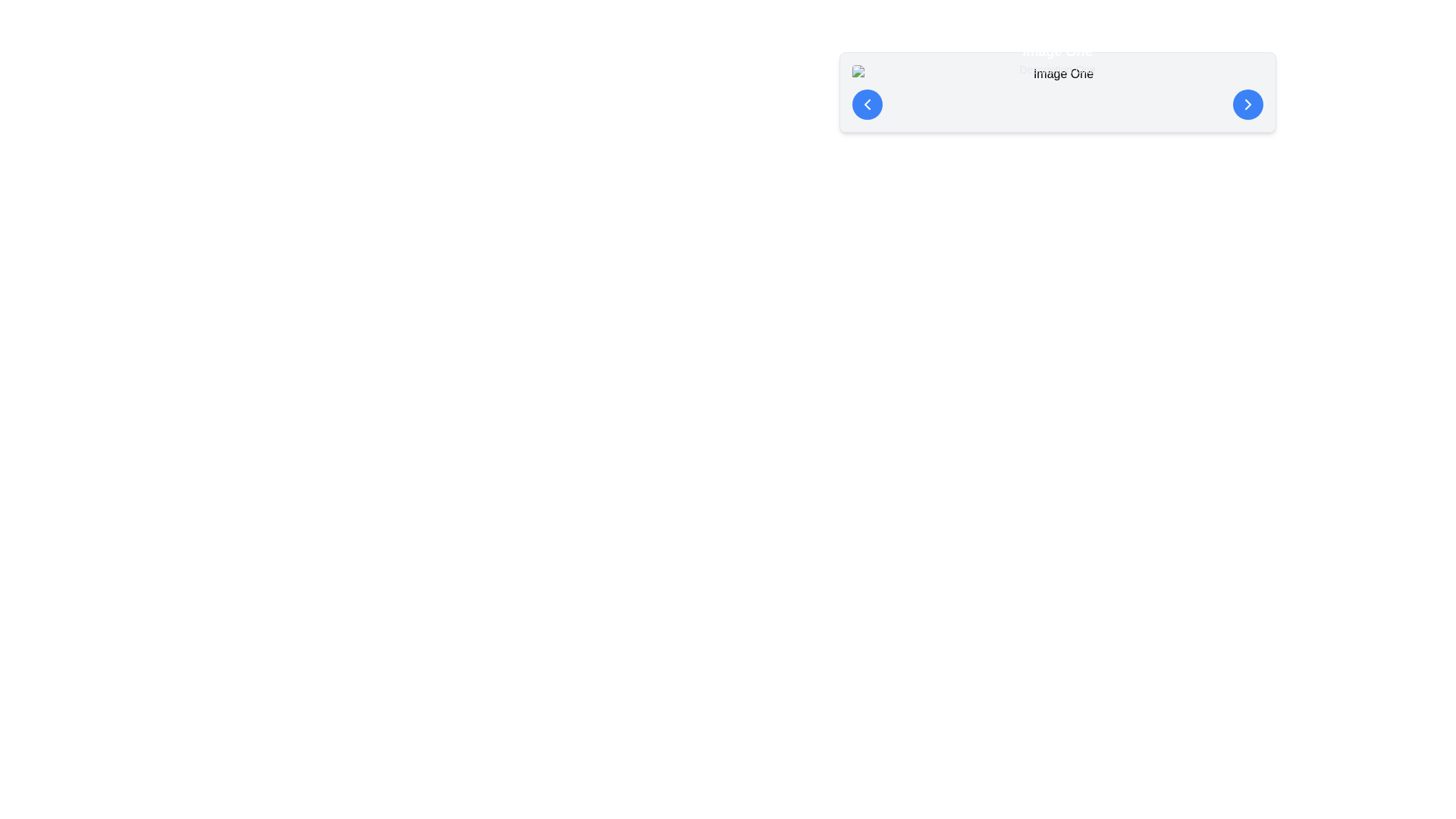  What do you see at coordinates (1247, 104) in the screenshot?
I see `the small right-pointing chevron icon located centrally within a blue, circular button on the far right of a horizontal card` at bounding box center [1247, 104].